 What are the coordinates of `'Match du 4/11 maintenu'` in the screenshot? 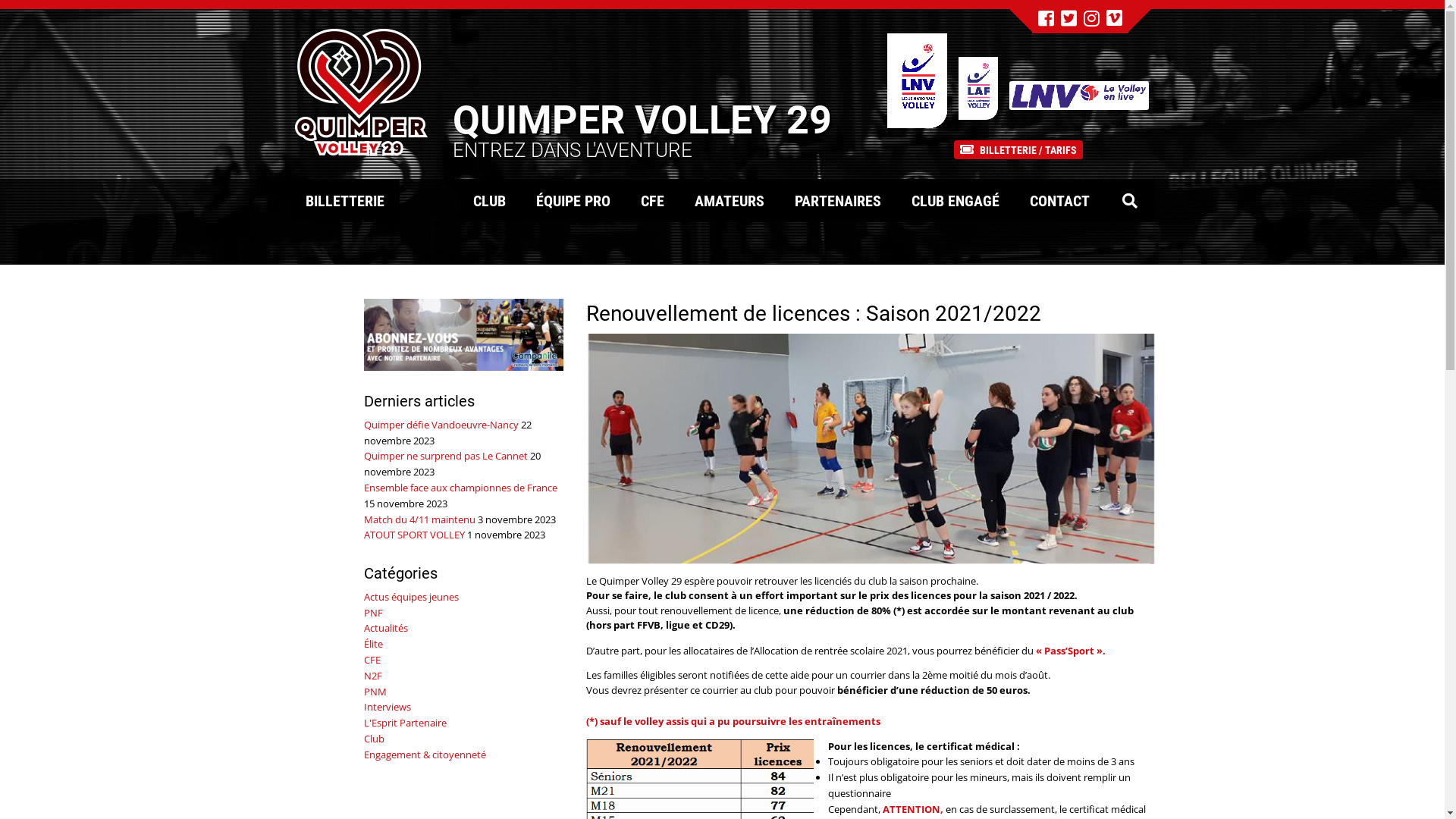 It's located at (419, 519).